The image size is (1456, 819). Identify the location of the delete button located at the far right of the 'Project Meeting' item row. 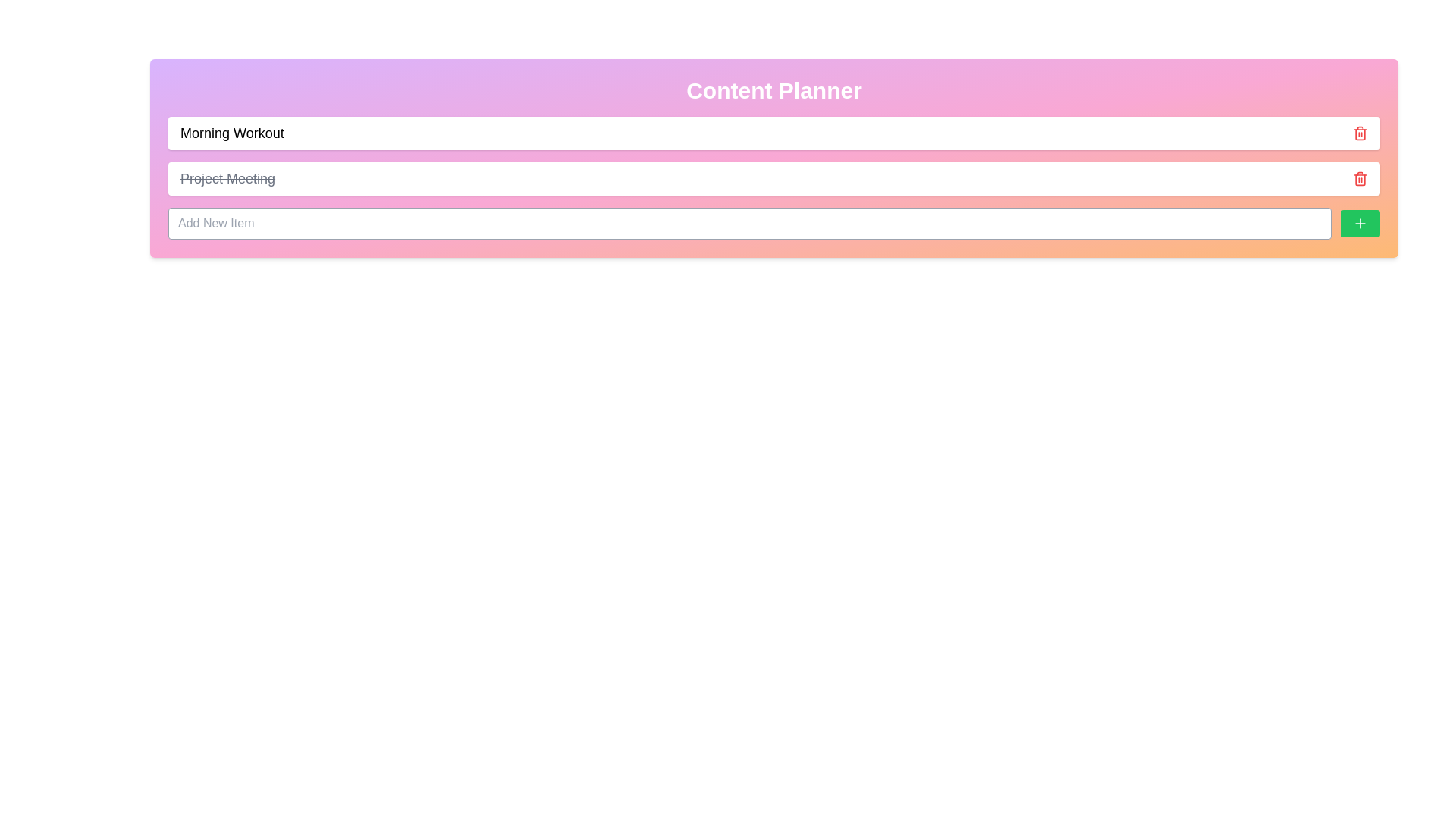
(1360, 177).